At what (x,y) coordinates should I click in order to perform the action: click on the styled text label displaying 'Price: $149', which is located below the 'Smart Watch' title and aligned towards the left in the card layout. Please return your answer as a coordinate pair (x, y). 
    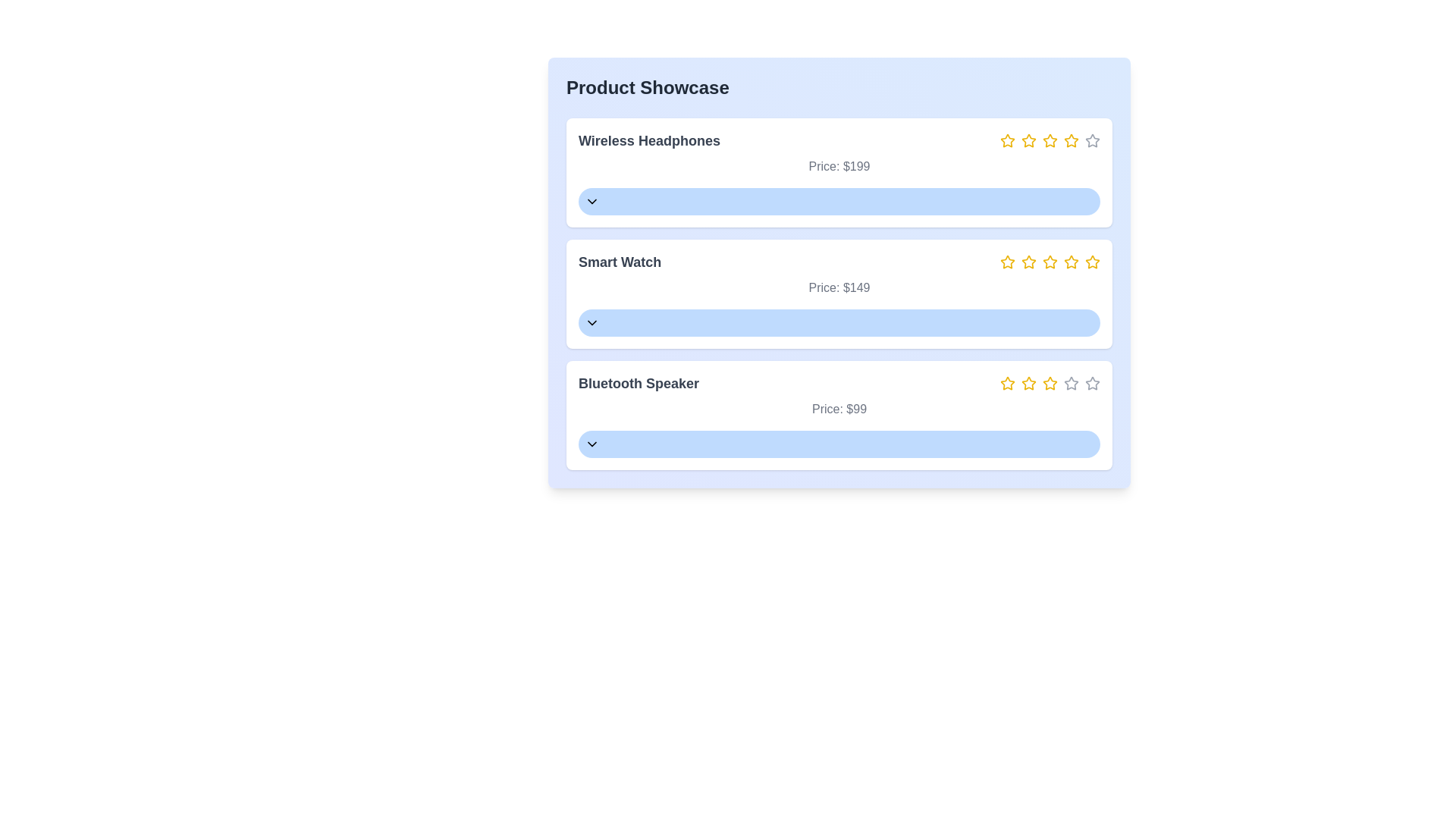
    Looking at the image, I should click on (839, 288).